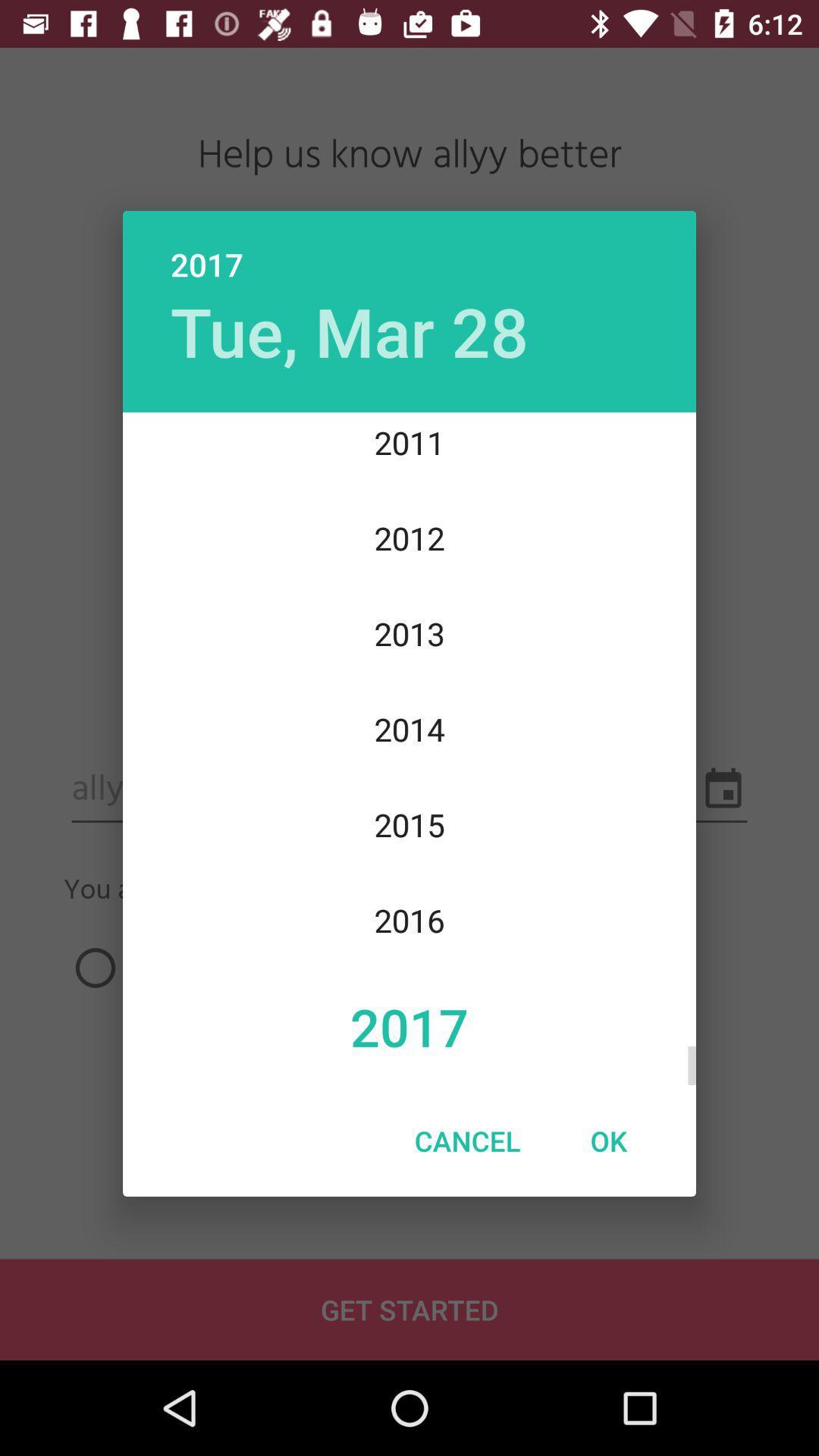  What do you see at coordinates (350, 330) in the screenshot?
I see `the tue, mar 28 icon` at bounding box center [350, 330].